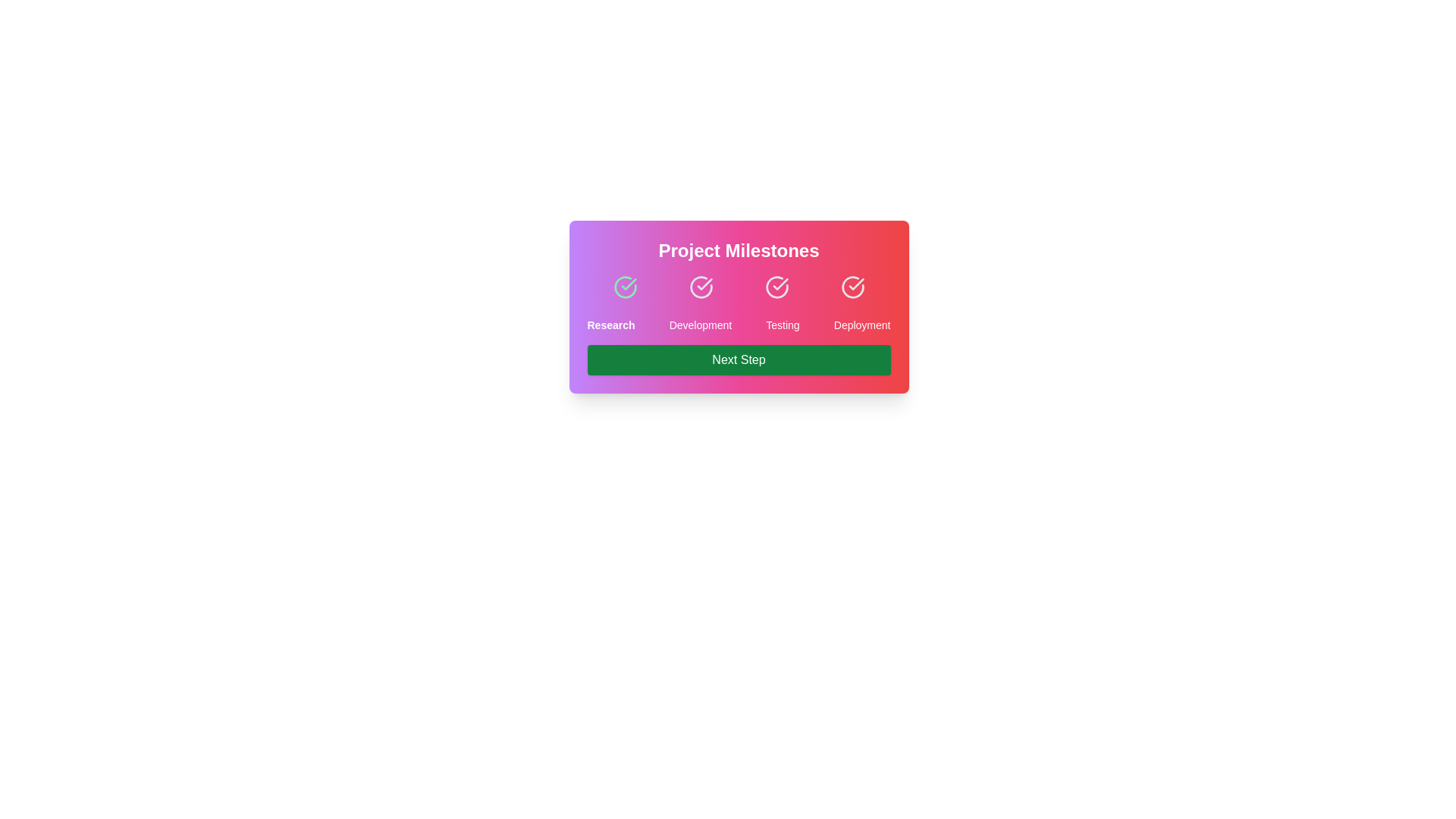 The image size is (1456, 819). Describe the element at coordinates (862, 324) in the screenshot. I see `the text label that reads 'Deployment', which is styled in white text on a red background and is the rightmost item in a row of four similar text elements` at that location.